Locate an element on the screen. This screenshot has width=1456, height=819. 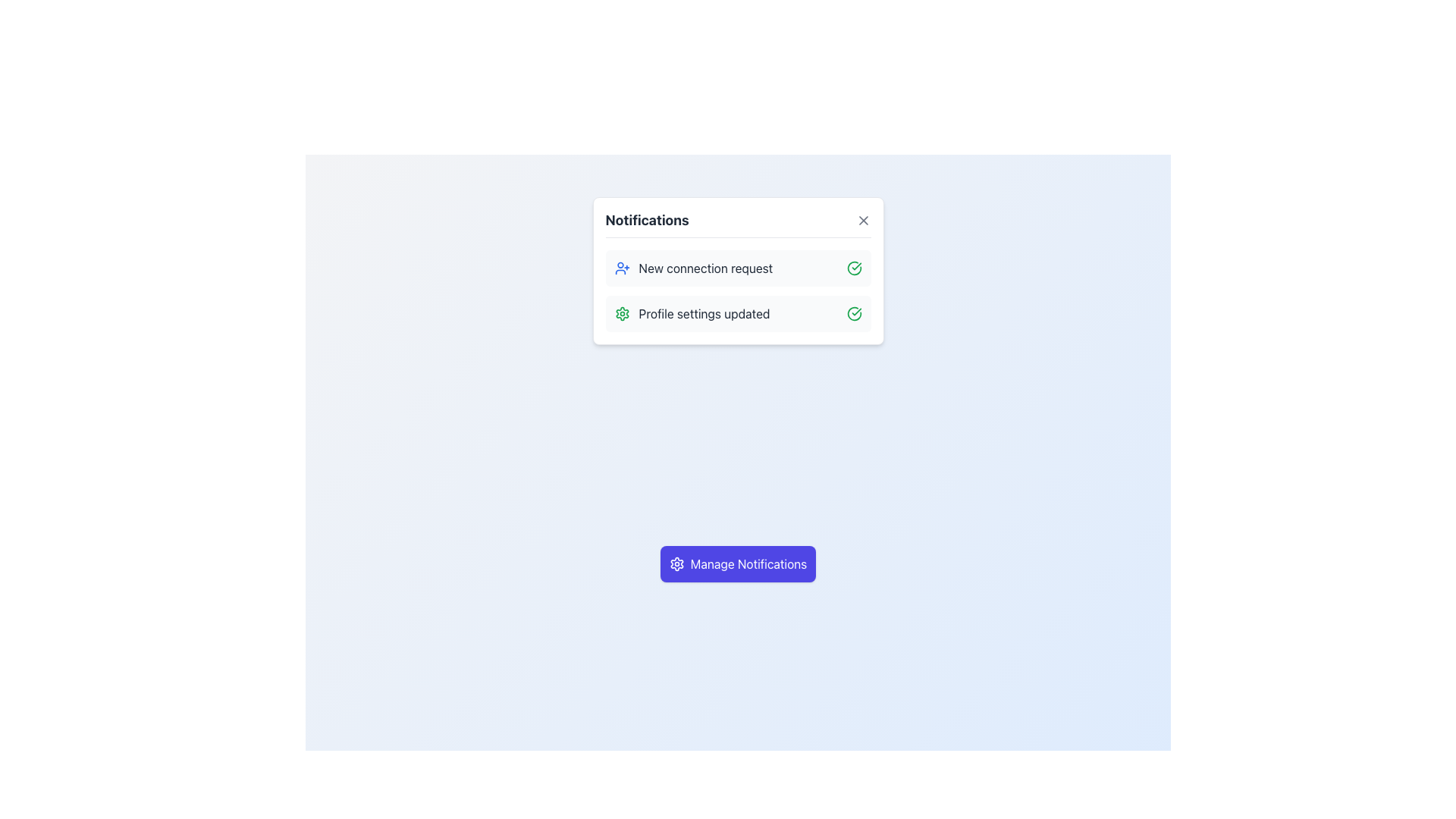
the settings icon located in the 'Profile settings updated' notification is located at coordinates (622, 312).